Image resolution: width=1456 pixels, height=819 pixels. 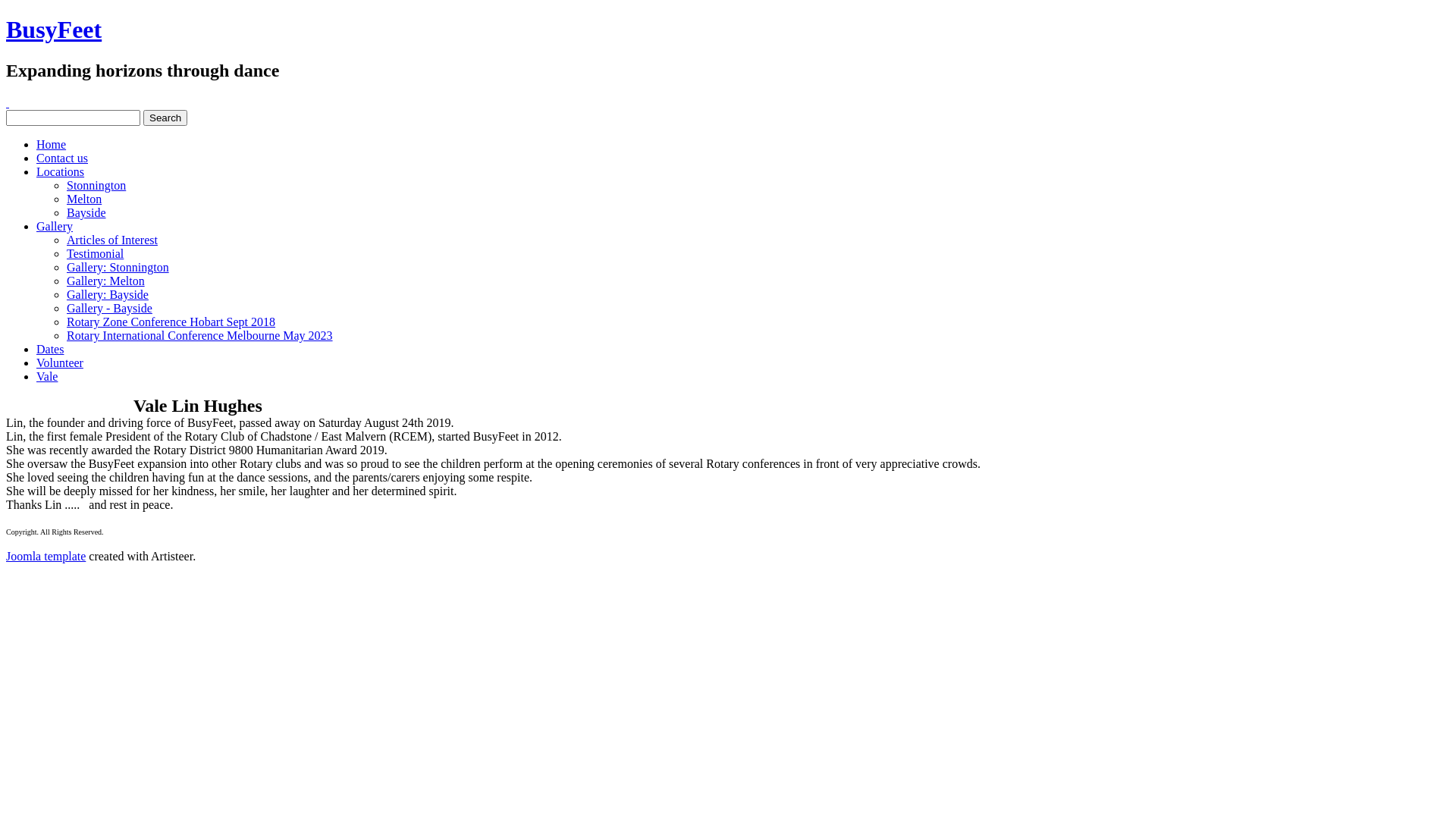 I want to click on 'Facebook', so click(x=7, y=102).